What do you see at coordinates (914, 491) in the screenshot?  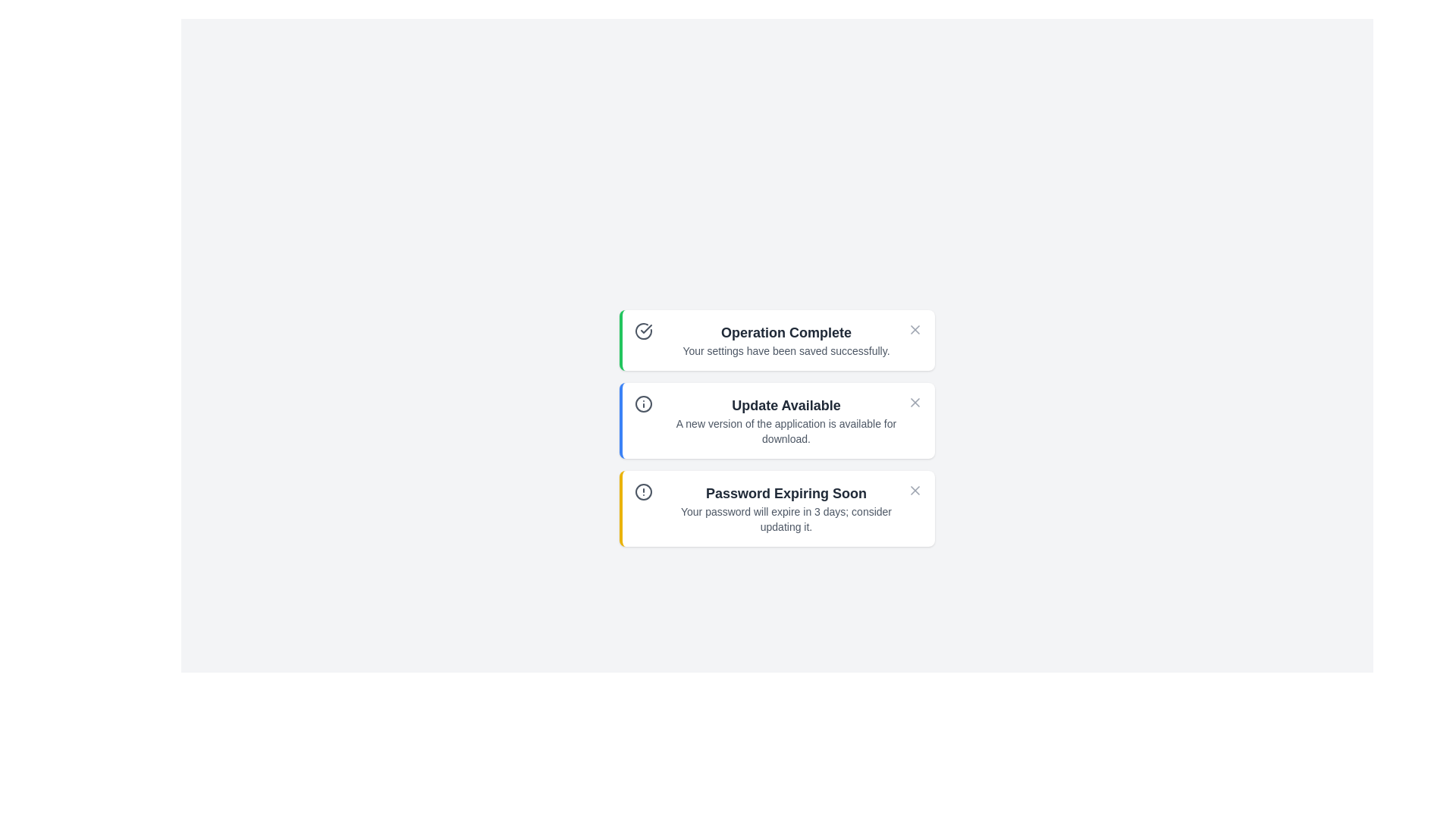 I see `the close button ('X') in the top-right corner of the 'Password Expiring Soon' notification card` at bounding box center [914, 491].